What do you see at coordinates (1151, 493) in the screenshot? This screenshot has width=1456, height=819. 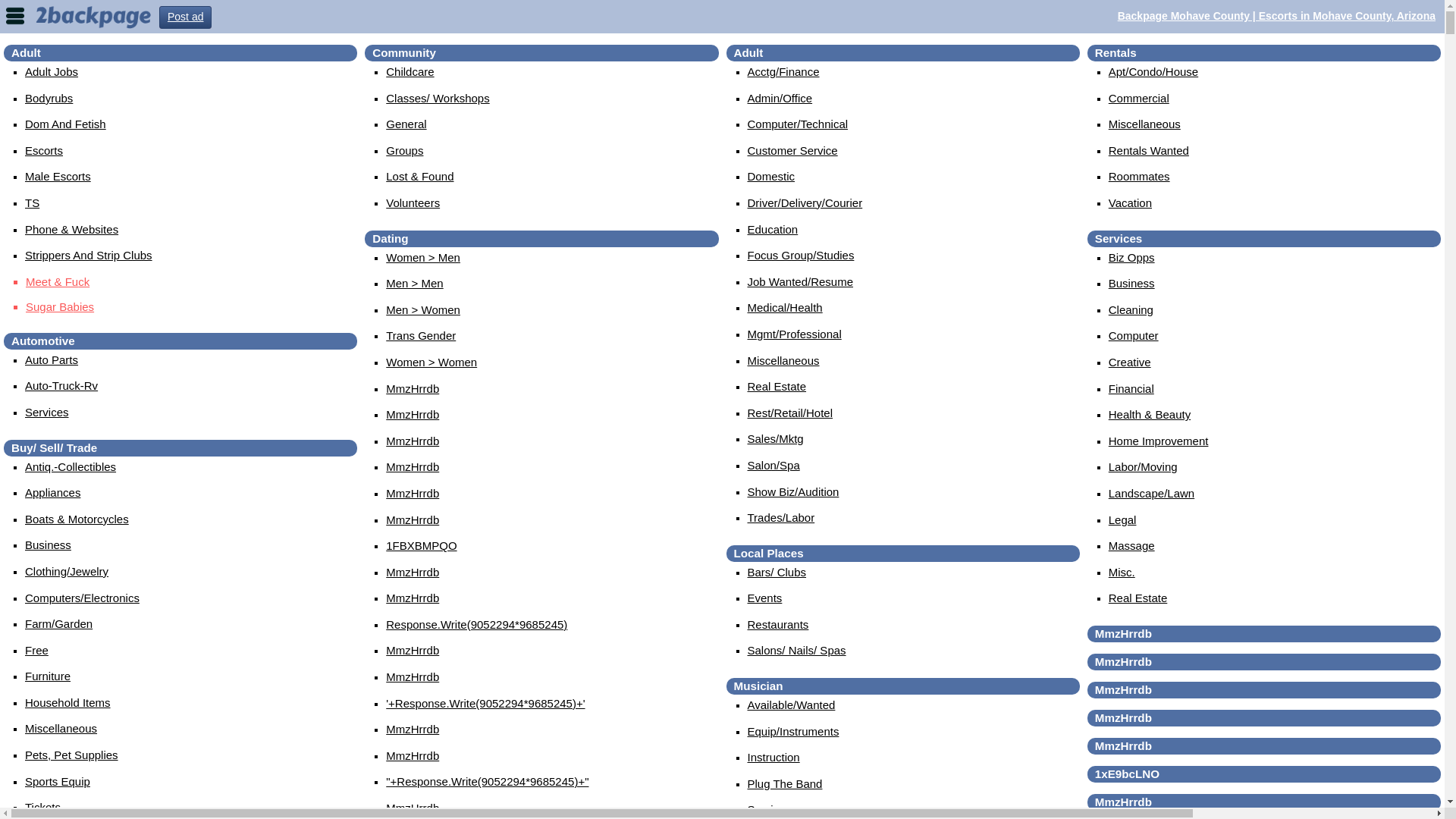 I see `'Landscape/Lawn'` at bounding box center [1151, 493].